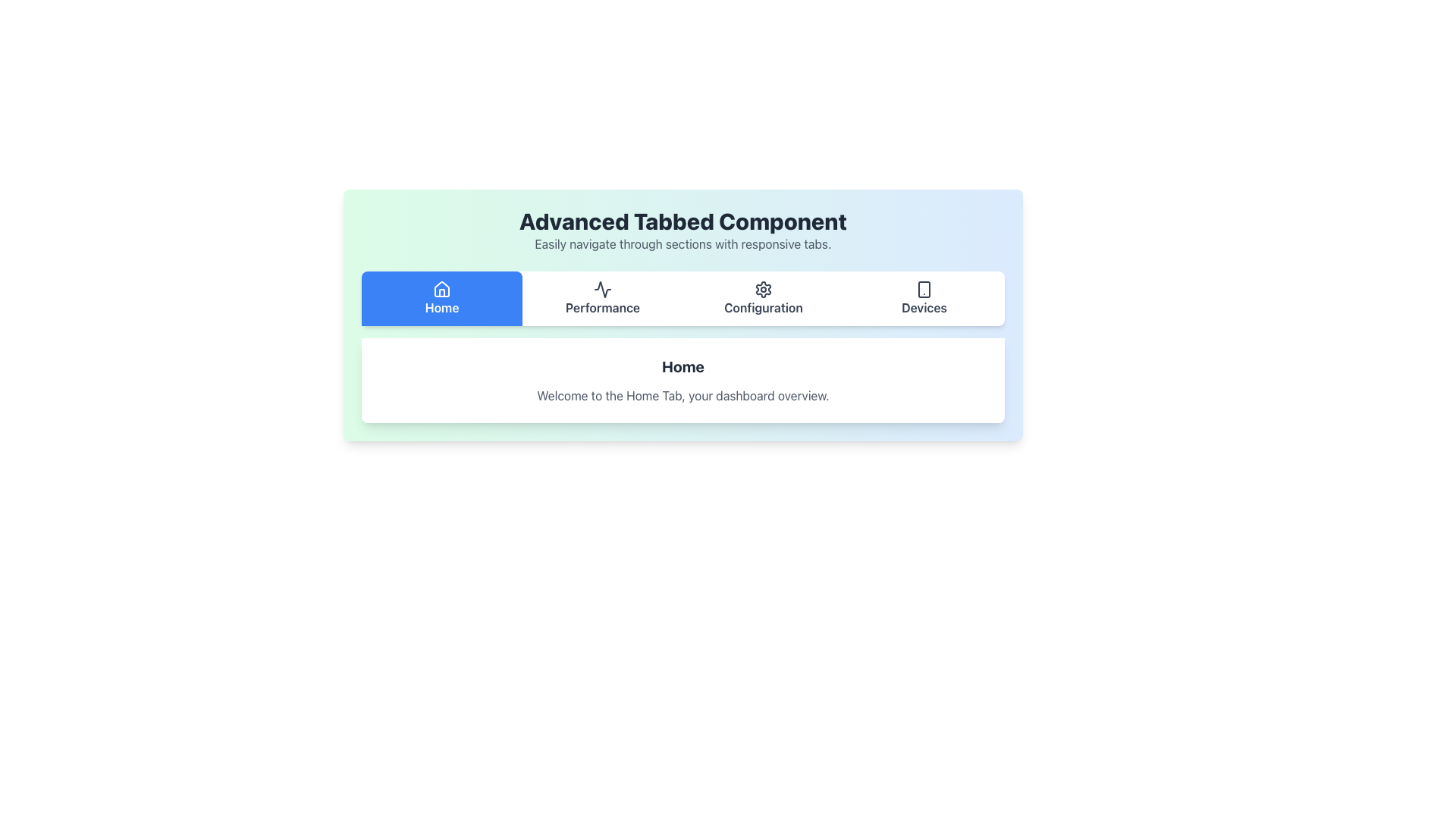 This screenshot has width=1456, height=819. Describe the element at coordinates (764, 298) in the screenshot. I see `the third tab button that facilitates navigation to the 'Configuration' section, positioned between the 'Performance' and 'Devices' tabs` at that location.